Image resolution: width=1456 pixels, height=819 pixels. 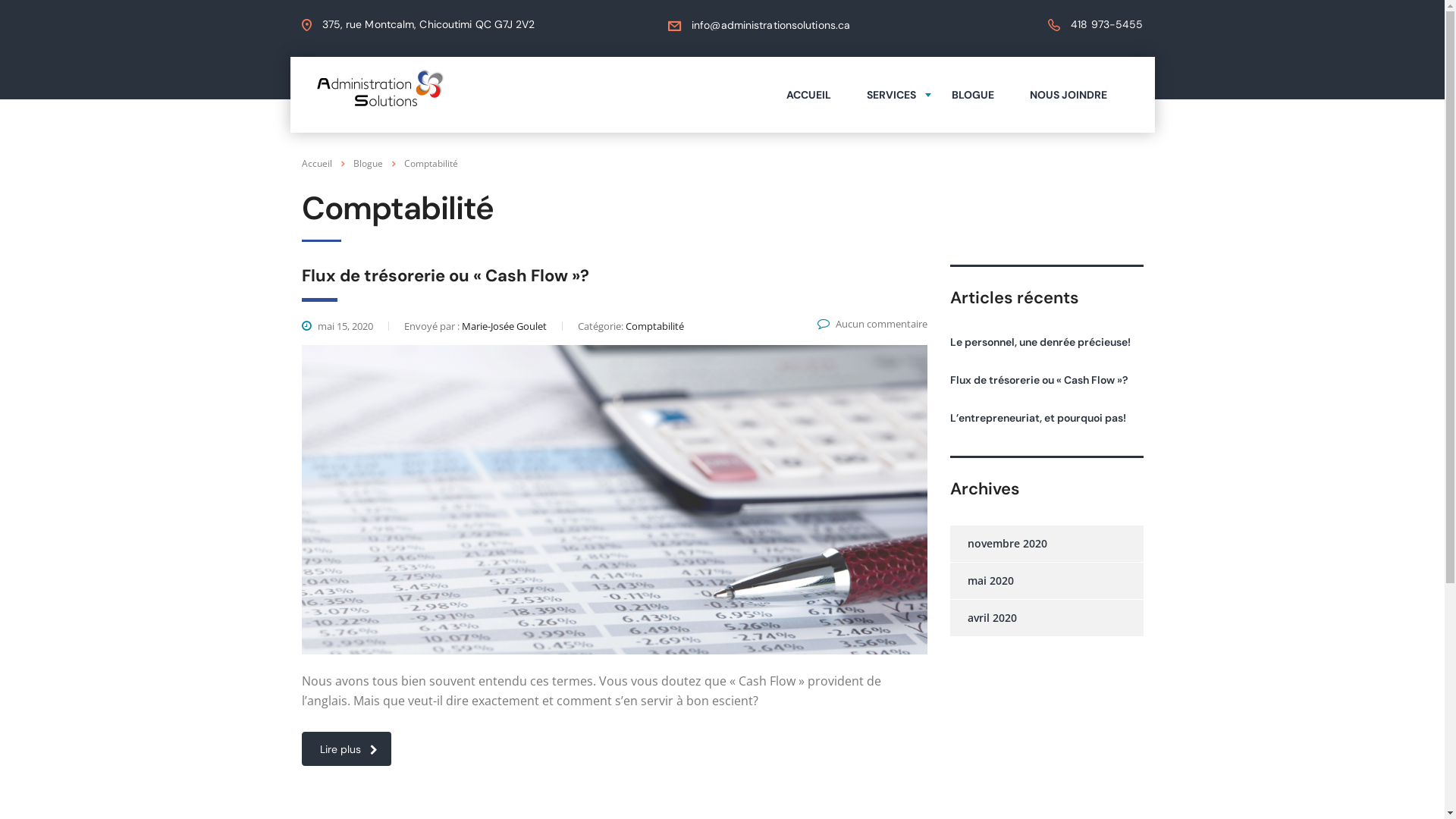 I want to click on 'mai 2020', so click(x=981, y=580).